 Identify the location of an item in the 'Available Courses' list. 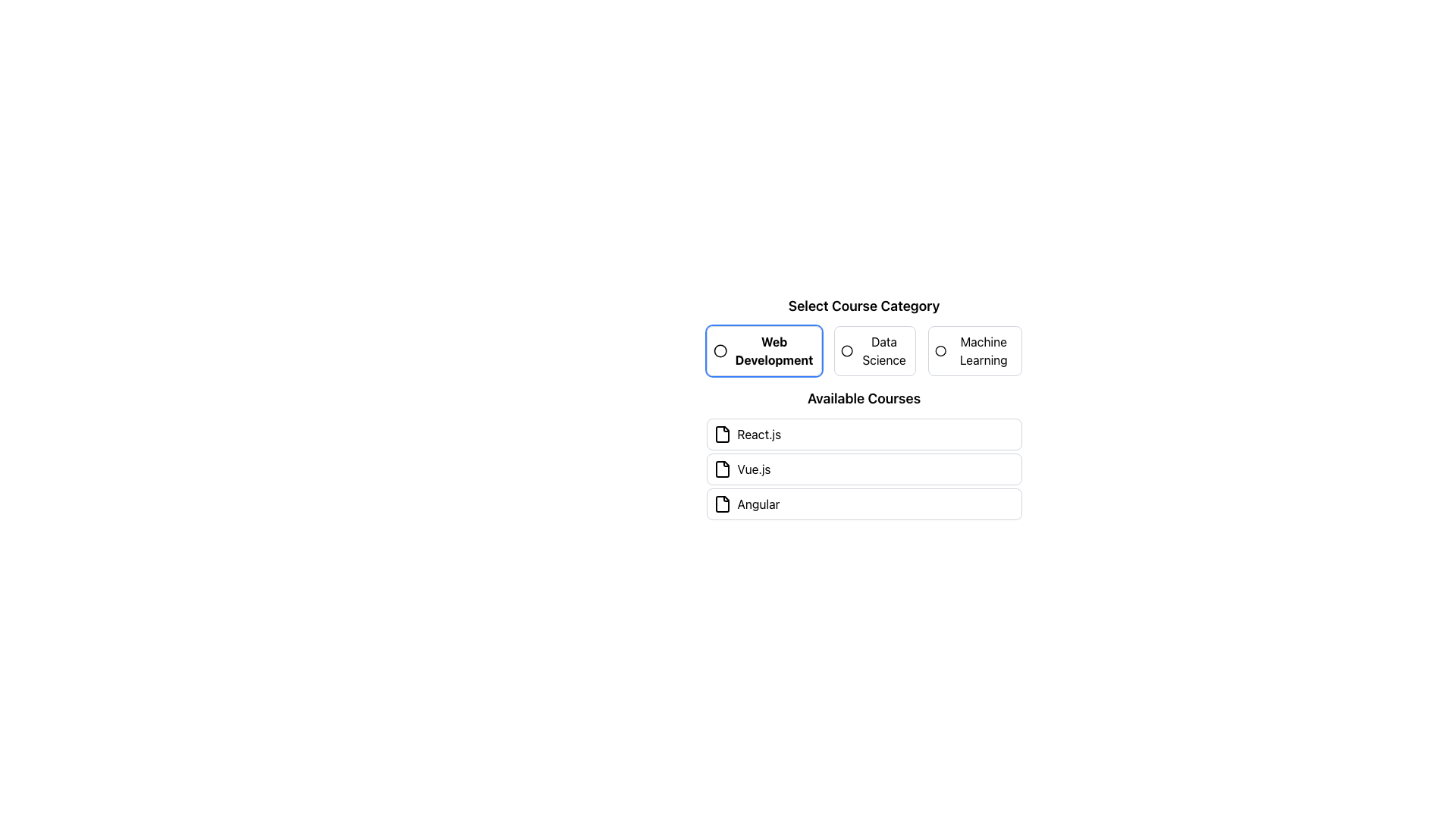
(864, 453).